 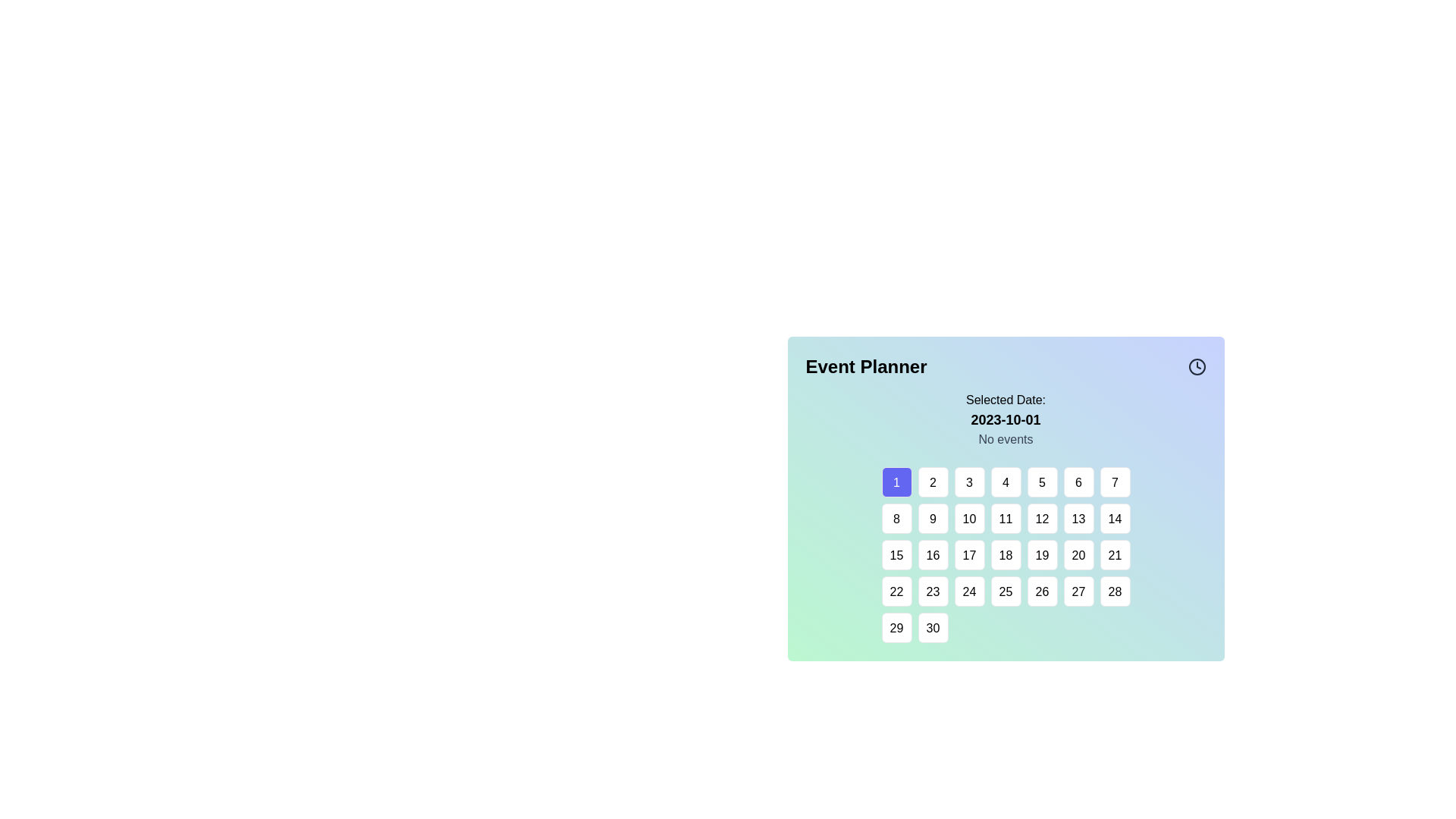 I want to click on the button representing the date '21' in the calendar interface located in the sixth row and seventh column, so click(x=1115, y=555).